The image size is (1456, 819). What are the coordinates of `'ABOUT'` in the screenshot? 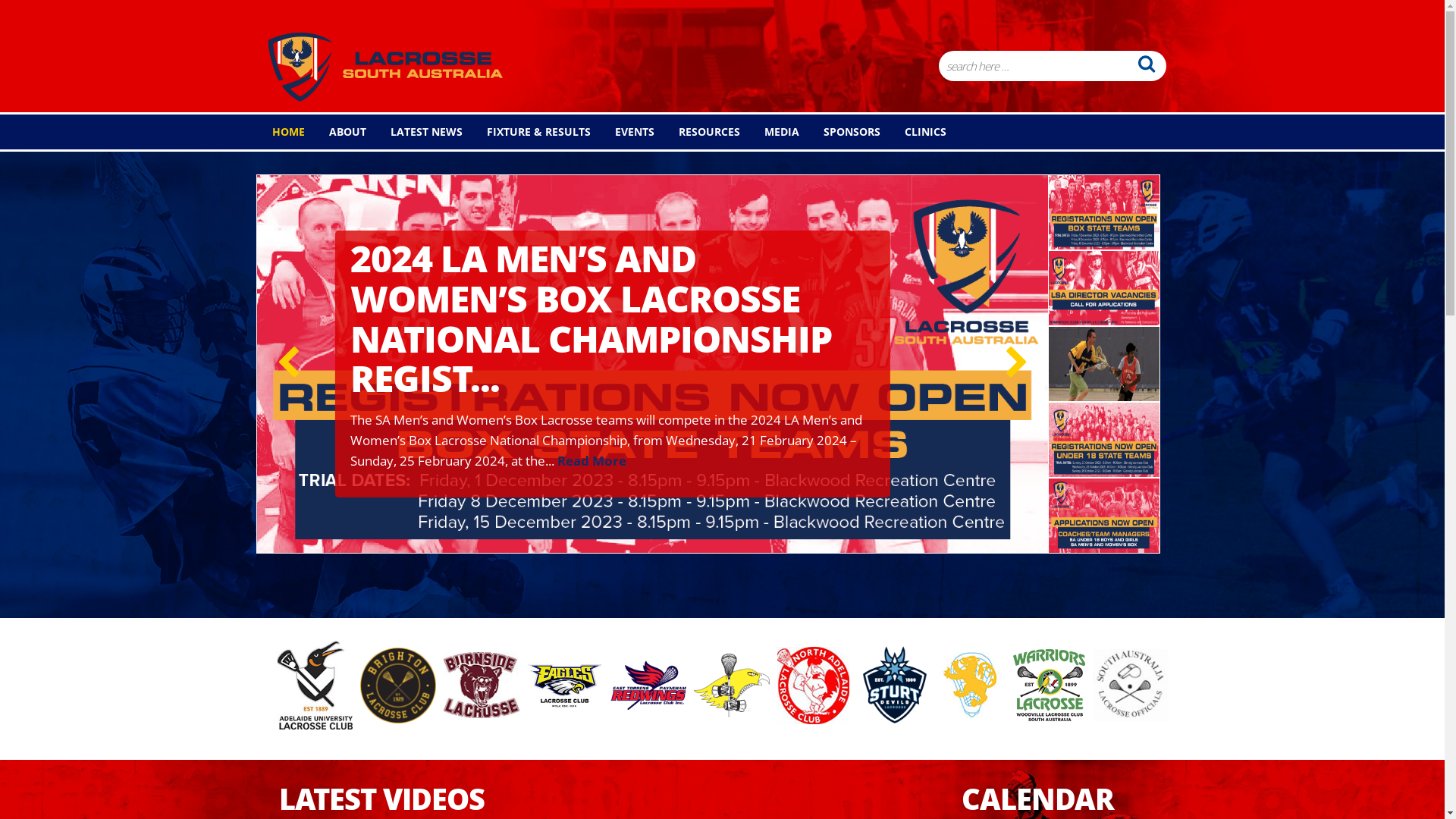 It's located at (312, 130).